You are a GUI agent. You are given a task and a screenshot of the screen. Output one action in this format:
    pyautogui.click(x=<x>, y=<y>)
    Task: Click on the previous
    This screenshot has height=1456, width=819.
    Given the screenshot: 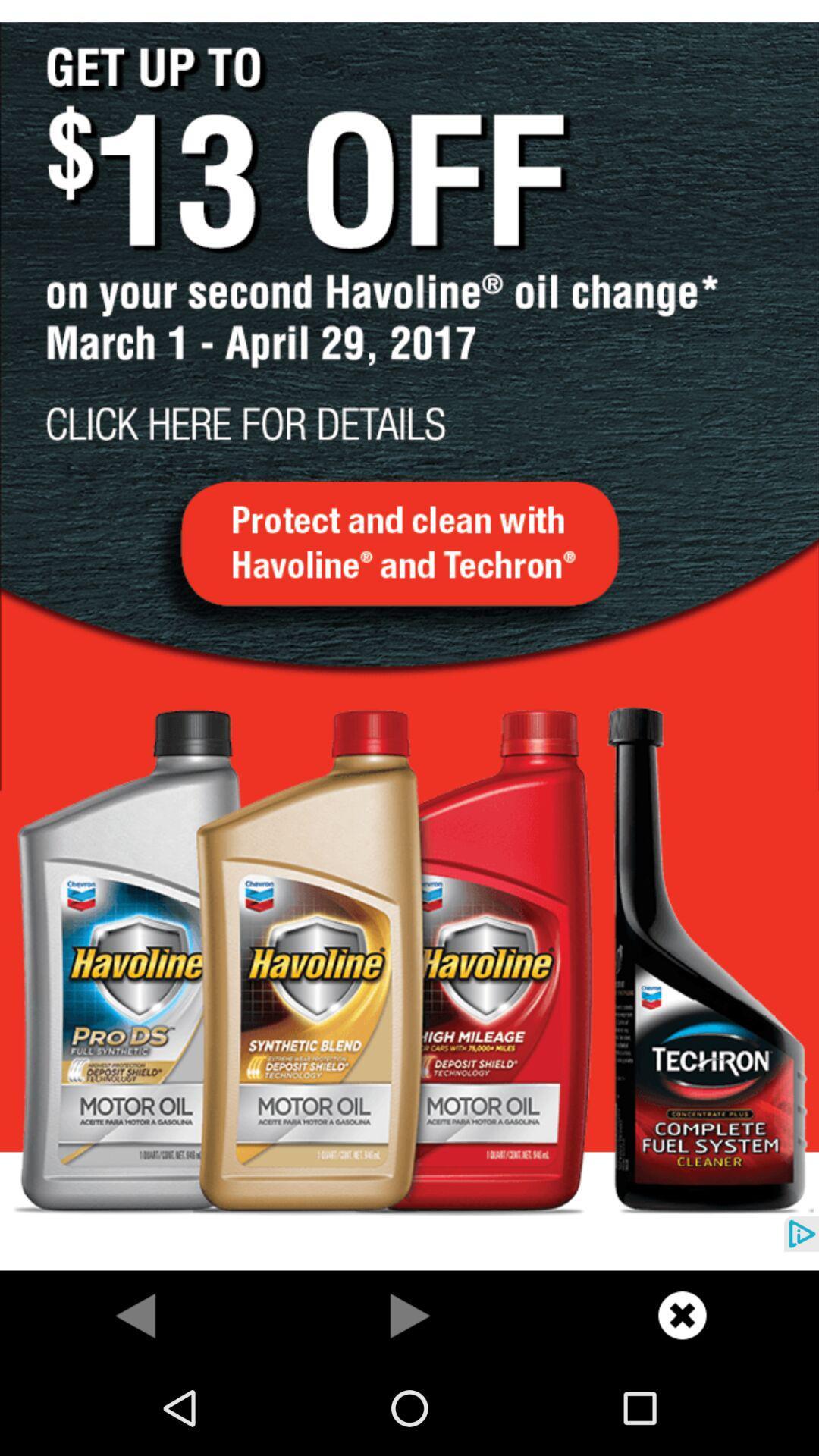 What is the action you would take?
    pyautogui.click(x=136, y=1314)
    